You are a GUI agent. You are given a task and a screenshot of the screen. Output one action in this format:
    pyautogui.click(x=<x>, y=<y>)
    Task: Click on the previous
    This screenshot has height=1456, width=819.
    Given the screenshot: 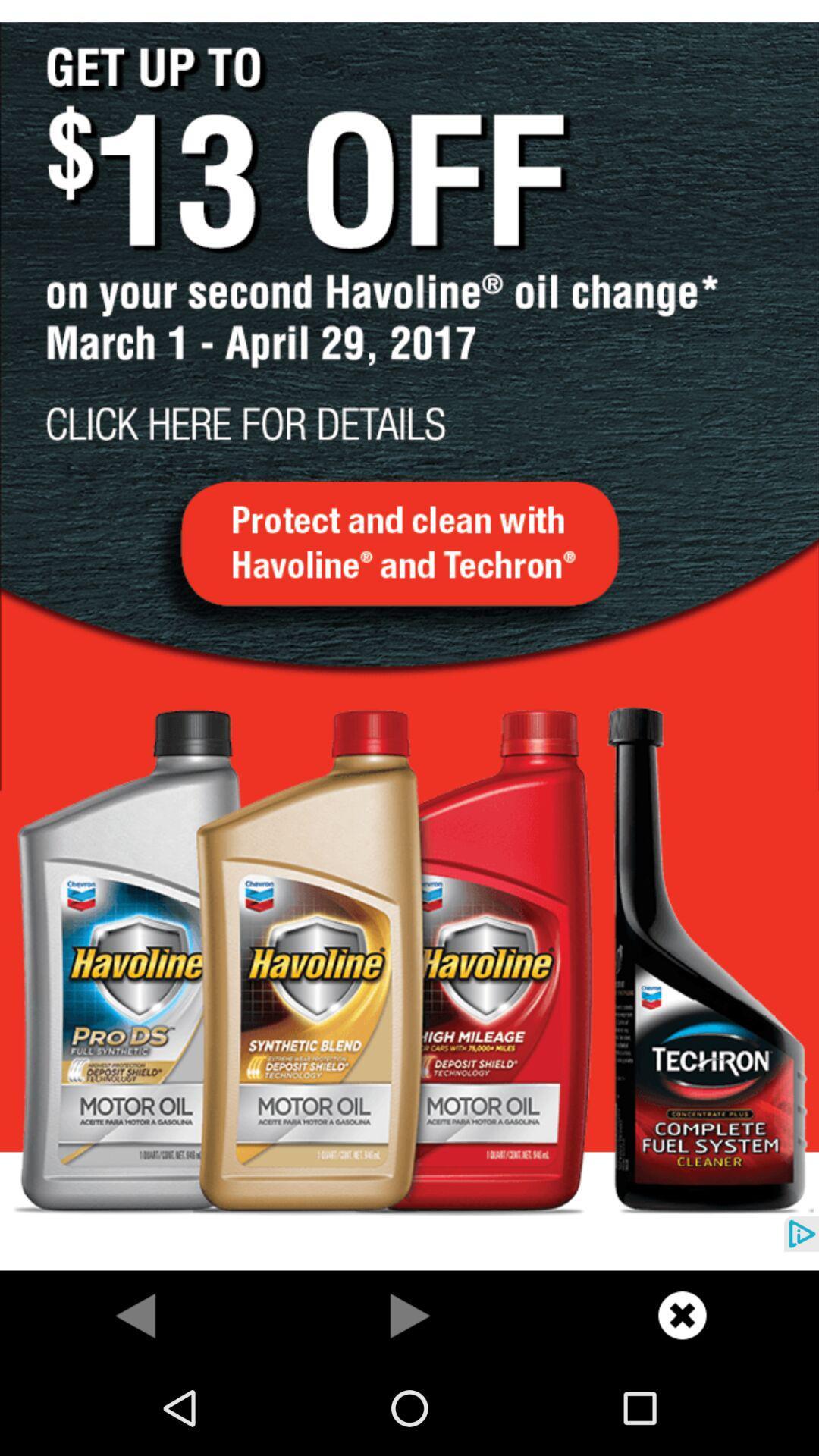 What is the action you would take?
    pyautogui.click(x=136, y=1314)
    